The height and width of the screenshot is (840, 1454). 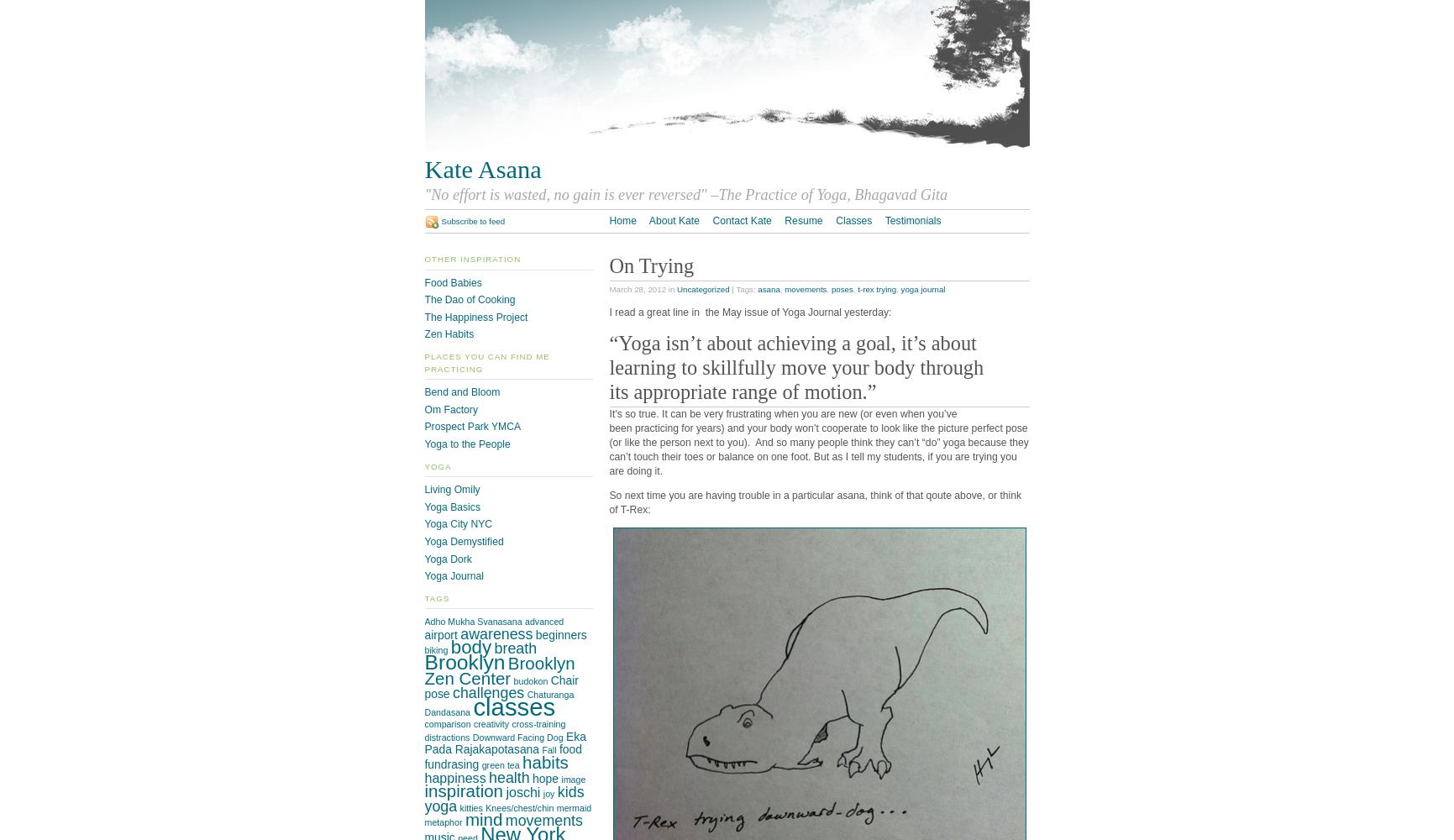 What do you see at coordinates (521, 762) in the screenshot?
I see `'habits'` at bounding box center [521, 762].